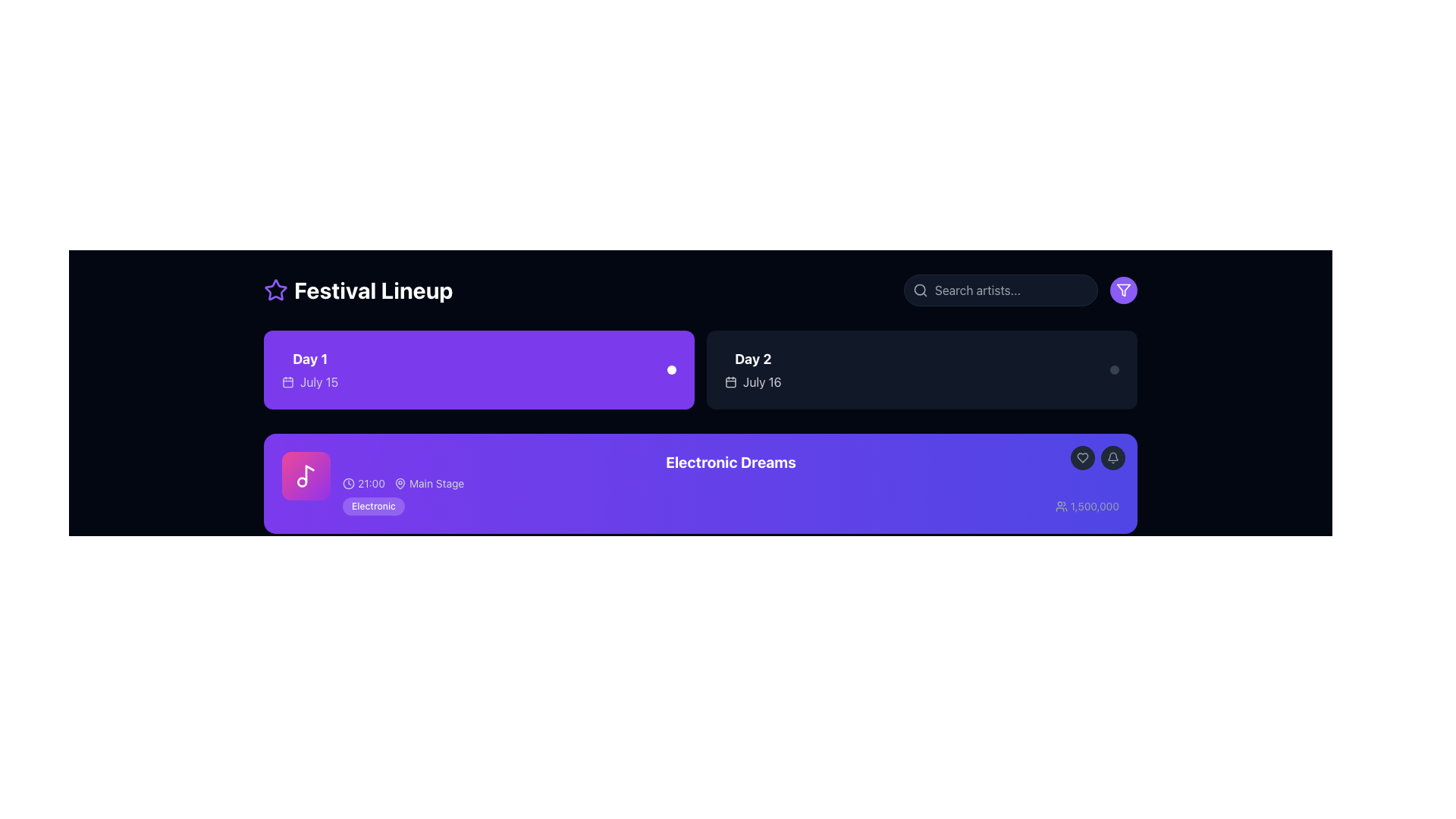 The image size is (1456, 819). Describe the element at coordinates (753, 381) in the screenshot. I see `the text label displaying the date 'July 16' with a calendar icon to its left, located within the 'Day 2' card below the primary title 'Day 2'` at that location.